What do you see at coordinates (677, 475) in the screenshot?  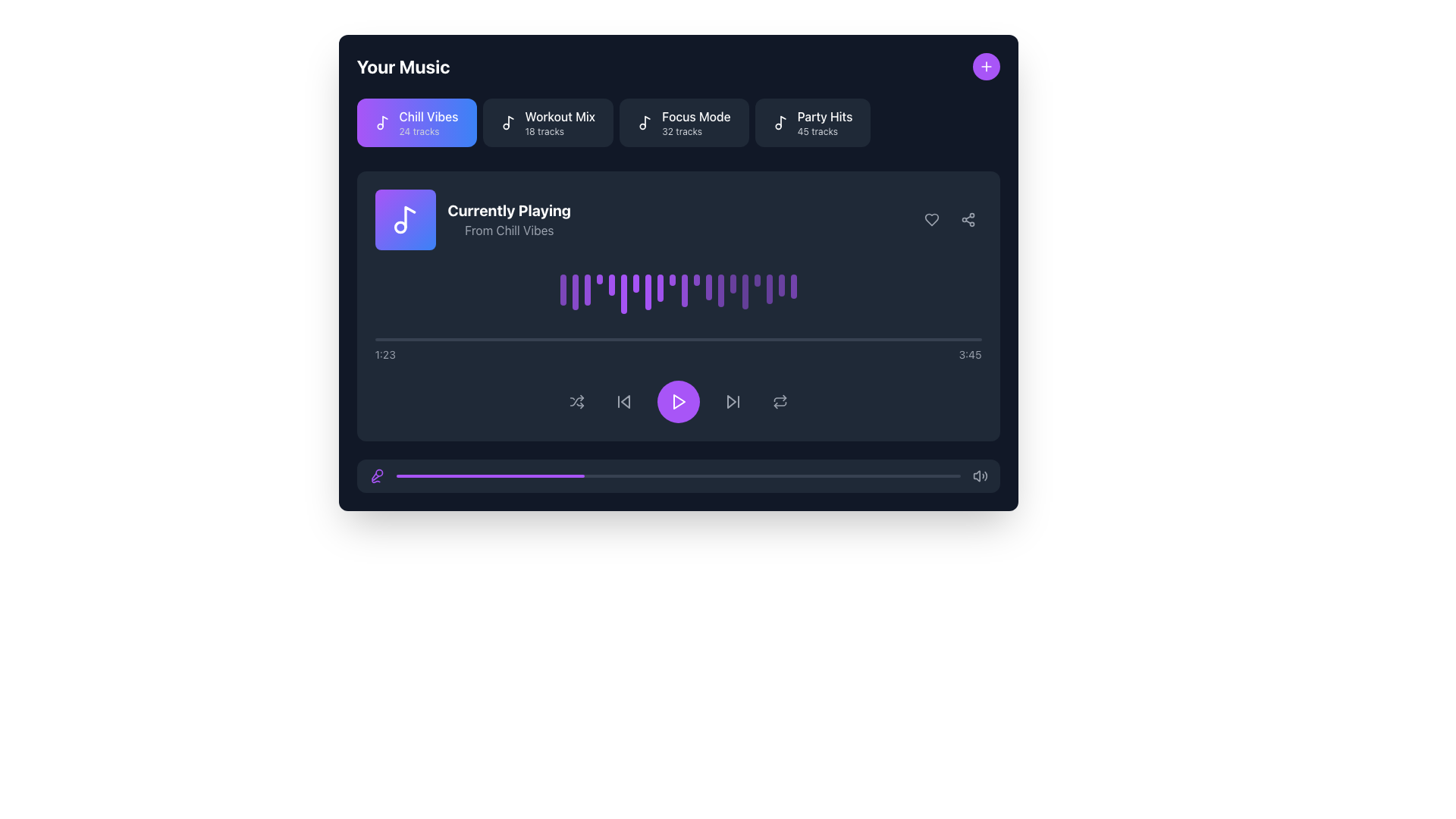 I see `the horizontal progress bar located at the bottom section of the interface, which has a partially filled purple segment and an unfilled gray segment` at bounding box center [677, 475].